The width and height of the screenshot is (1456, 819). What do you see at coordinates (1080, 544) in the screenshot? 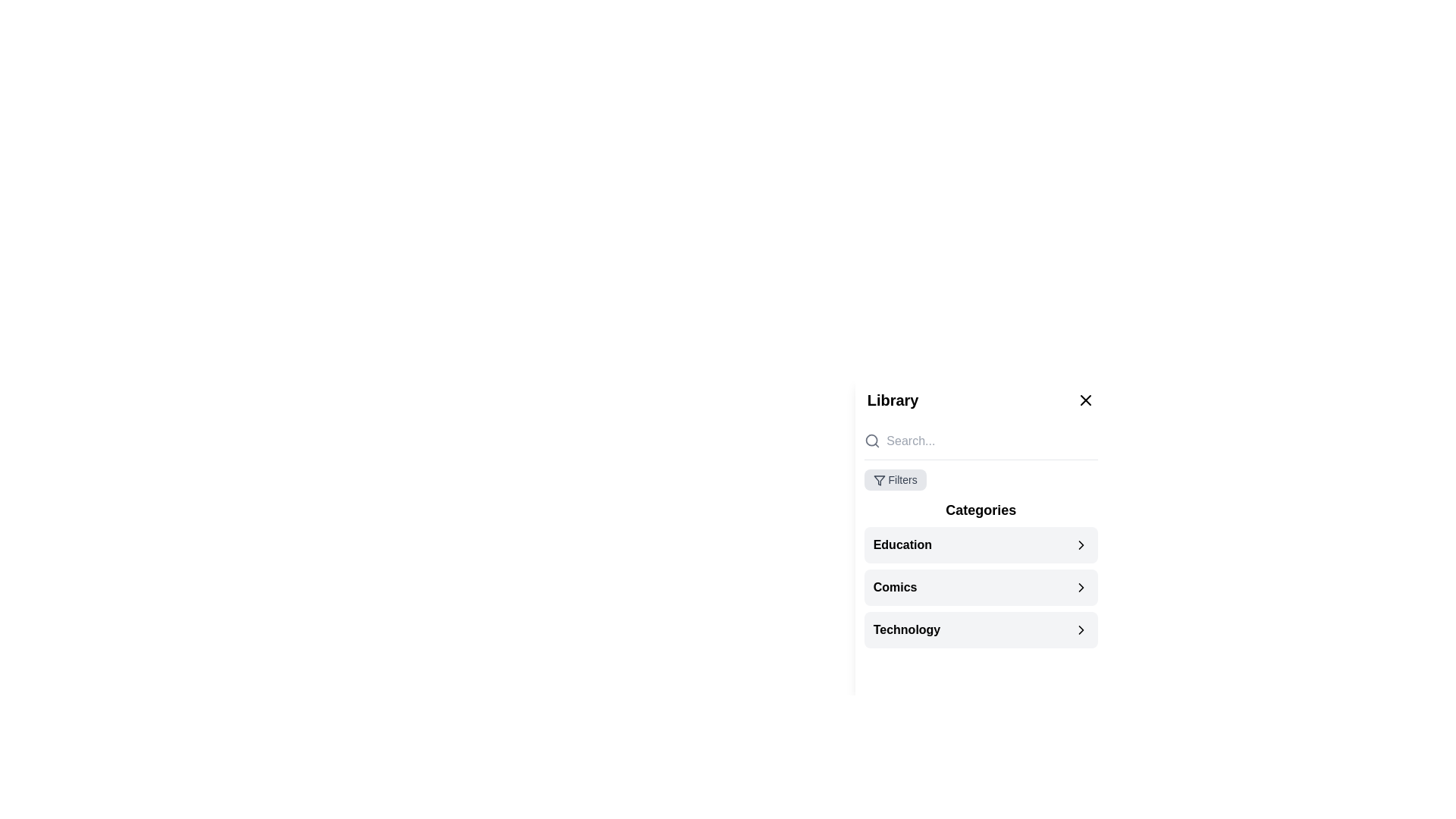
I see `the right-pointing chevron arrow icon located at the far right of the 'Education' row in the 'Categories' section of the 'Library' panel` at bounding box center [1080, 544].